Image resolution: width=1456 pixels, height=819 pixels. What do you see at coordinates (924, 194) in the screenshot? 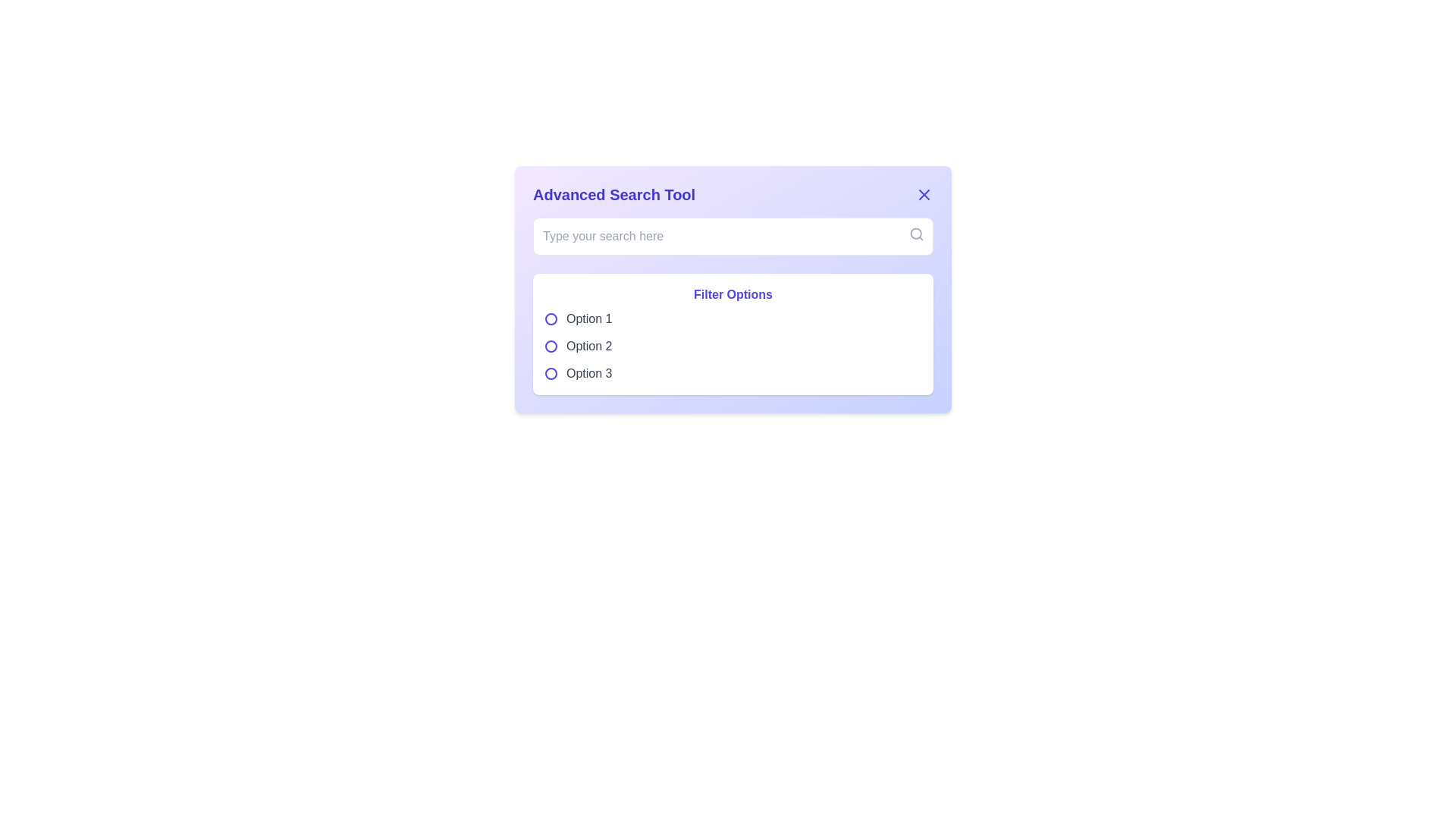
I see `the small blue 'X' icon button located in the top-right corner of the 'Advanced Search Tool' interface` at bounding box center [924, 194].